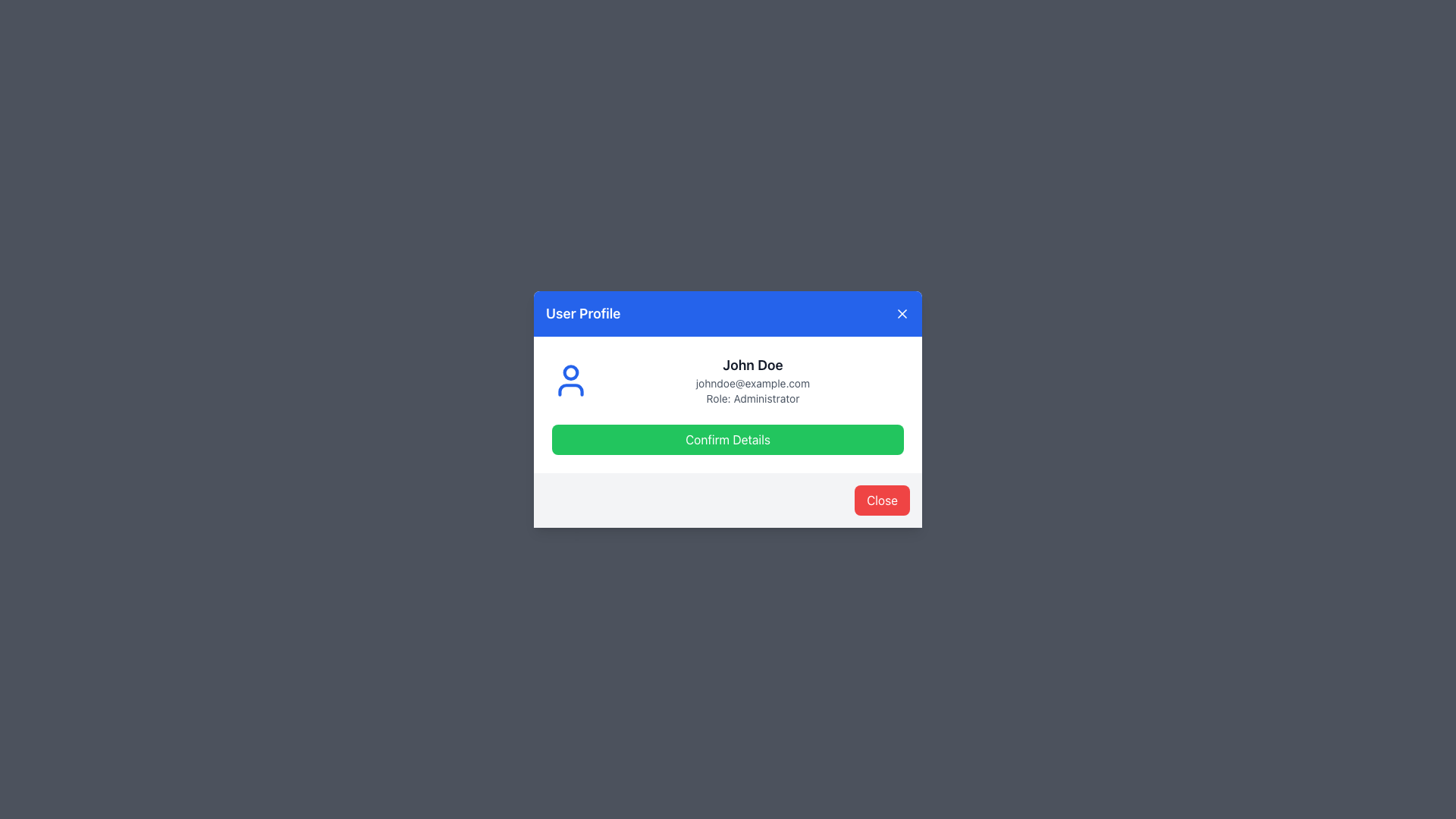  Describe the element at coordinates (882, 500) in the screenshot. I see `the 'Close' button with white text on a red background located in the bottom-right corner of the modal dialog` at that location.